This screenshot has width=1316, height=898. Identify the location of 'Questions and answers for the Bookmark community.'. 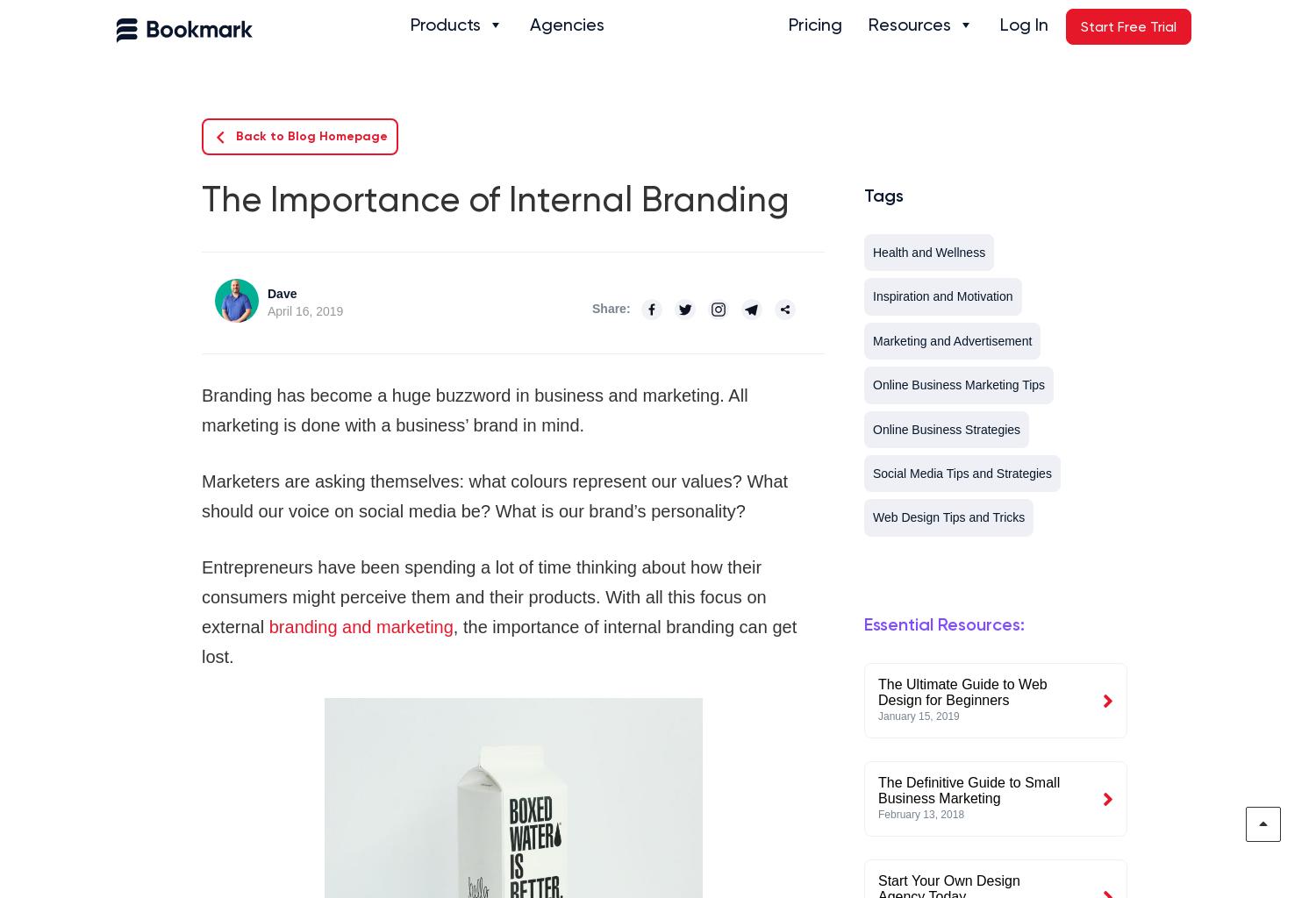
(980, 321).